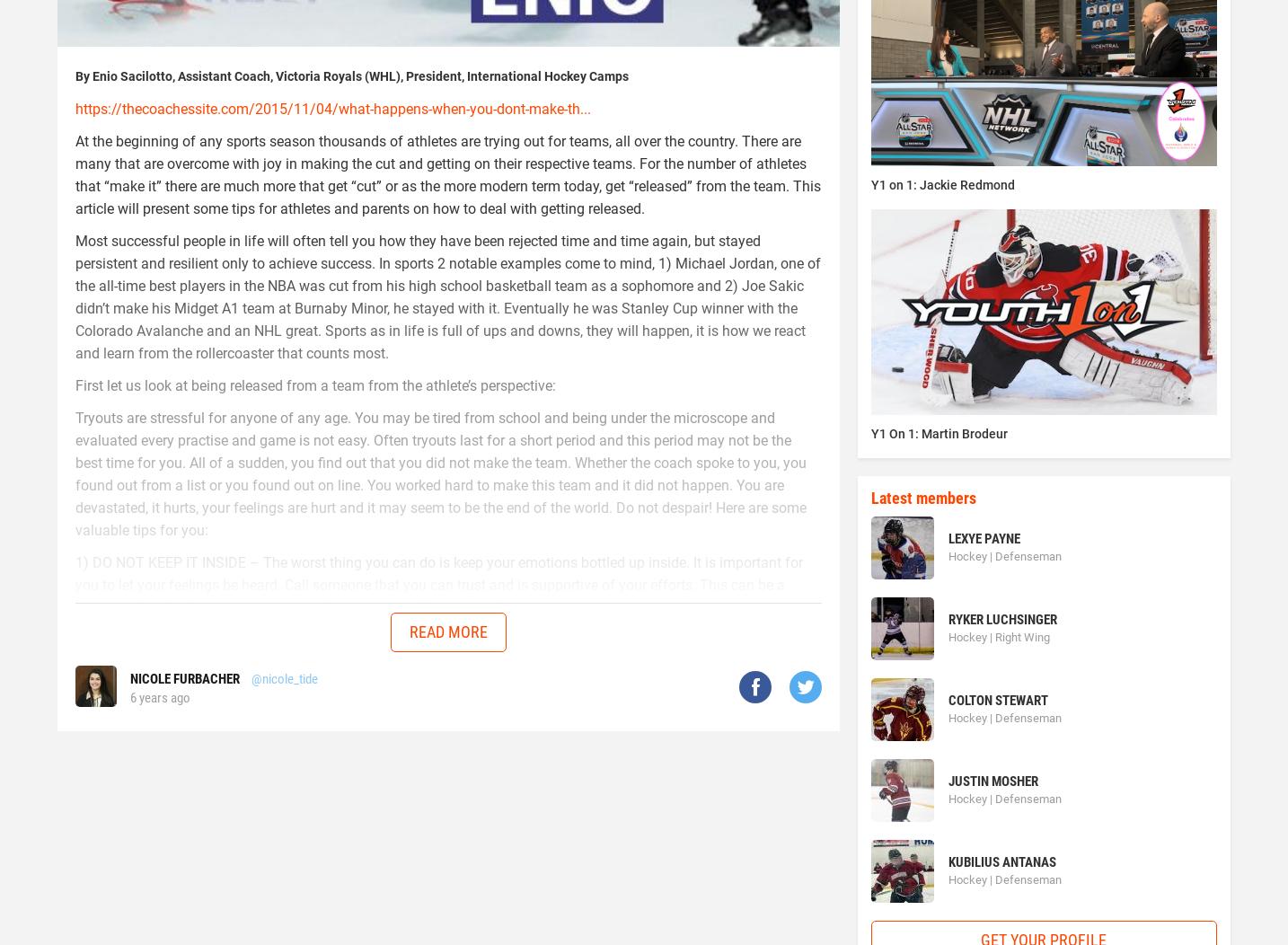 This screenshot has height=945, width=1288. Describe the element at coordinates (997, 699) in the screenshot. I see `'Colton Stewart'` at that location.